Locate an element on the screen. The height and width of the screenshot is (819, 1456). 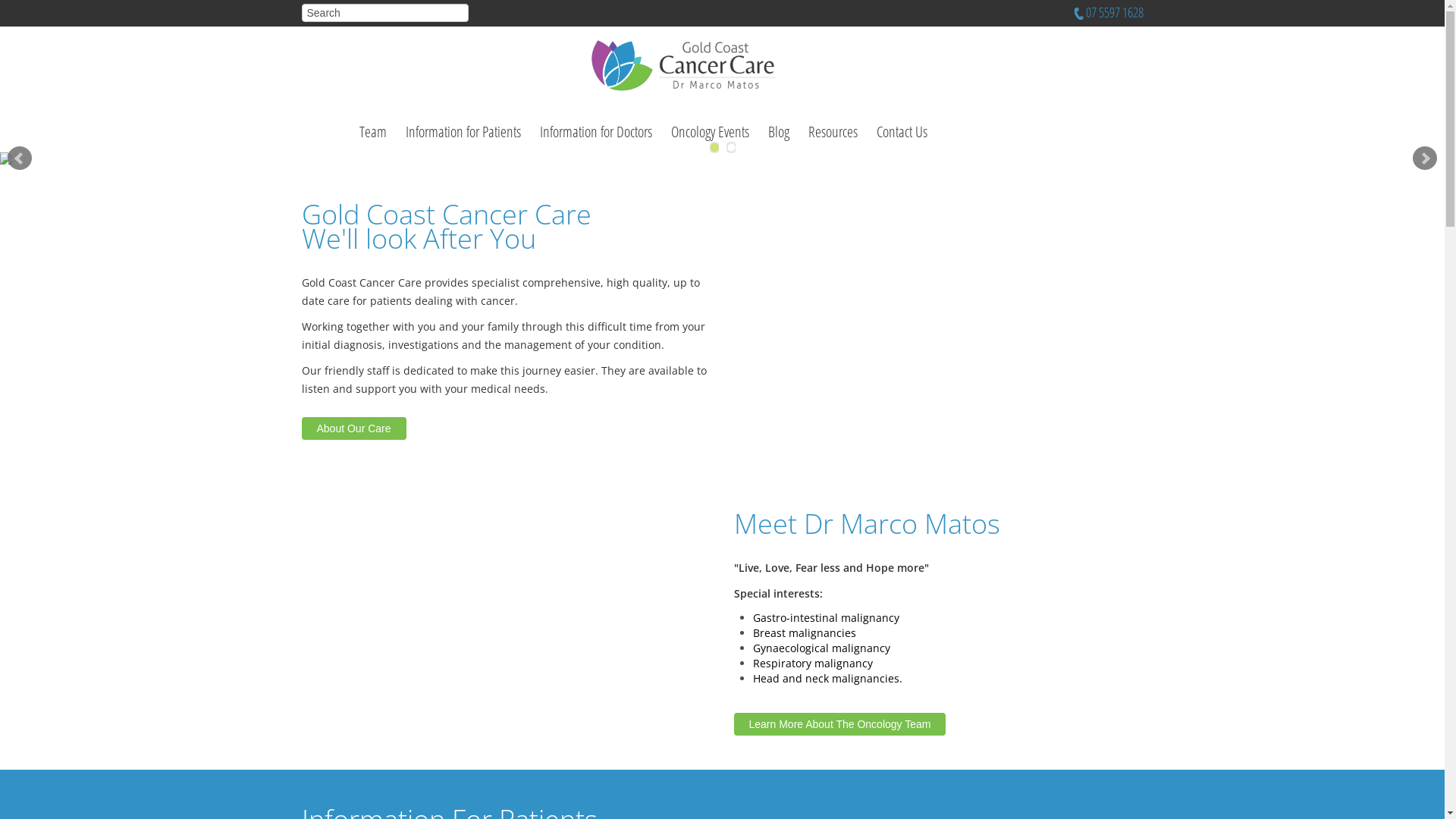
'Contact Us' is located at coordinates (902, 130).